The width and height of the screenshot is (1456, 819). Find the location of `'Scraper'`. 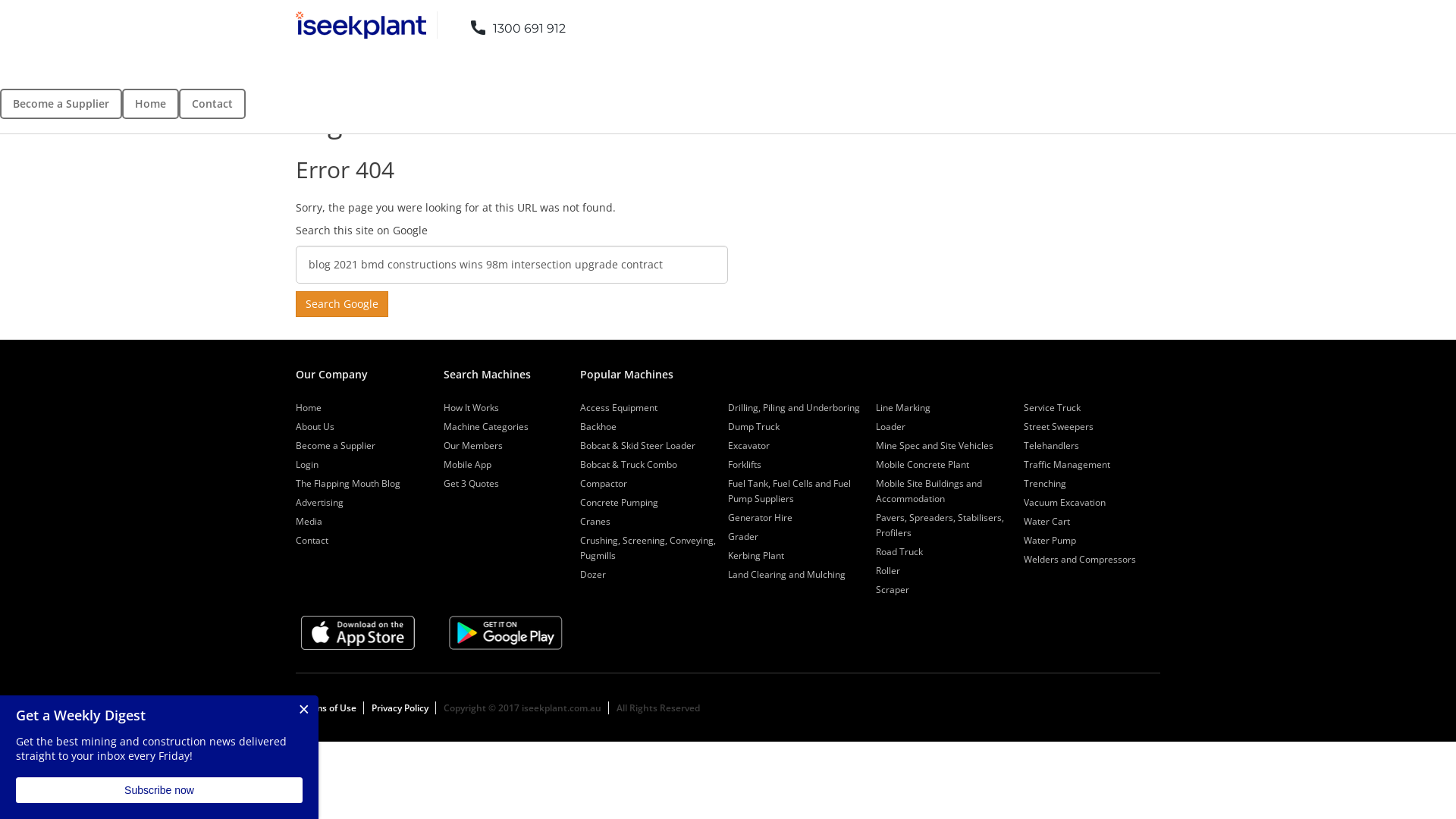

'Scraper' is located at coordinates (892, 588).